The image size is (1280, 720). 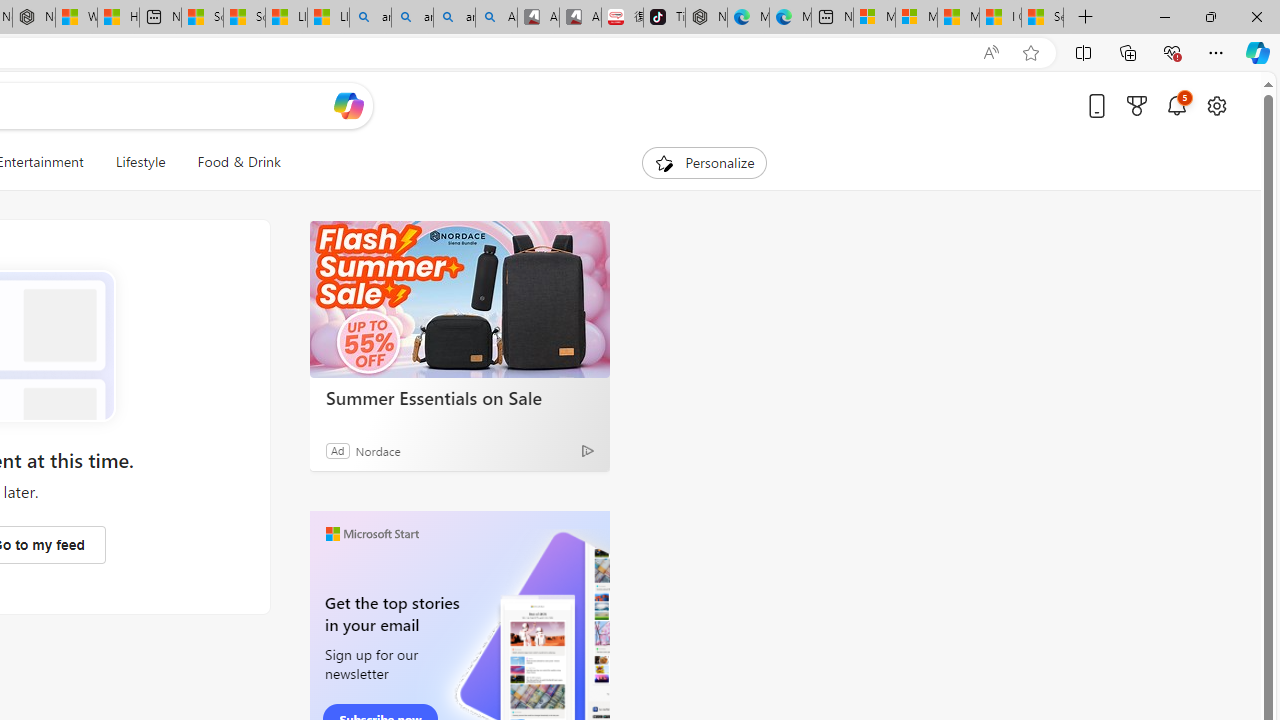 I want to click on 'All Cubot phones', so click(x=579, y=17).